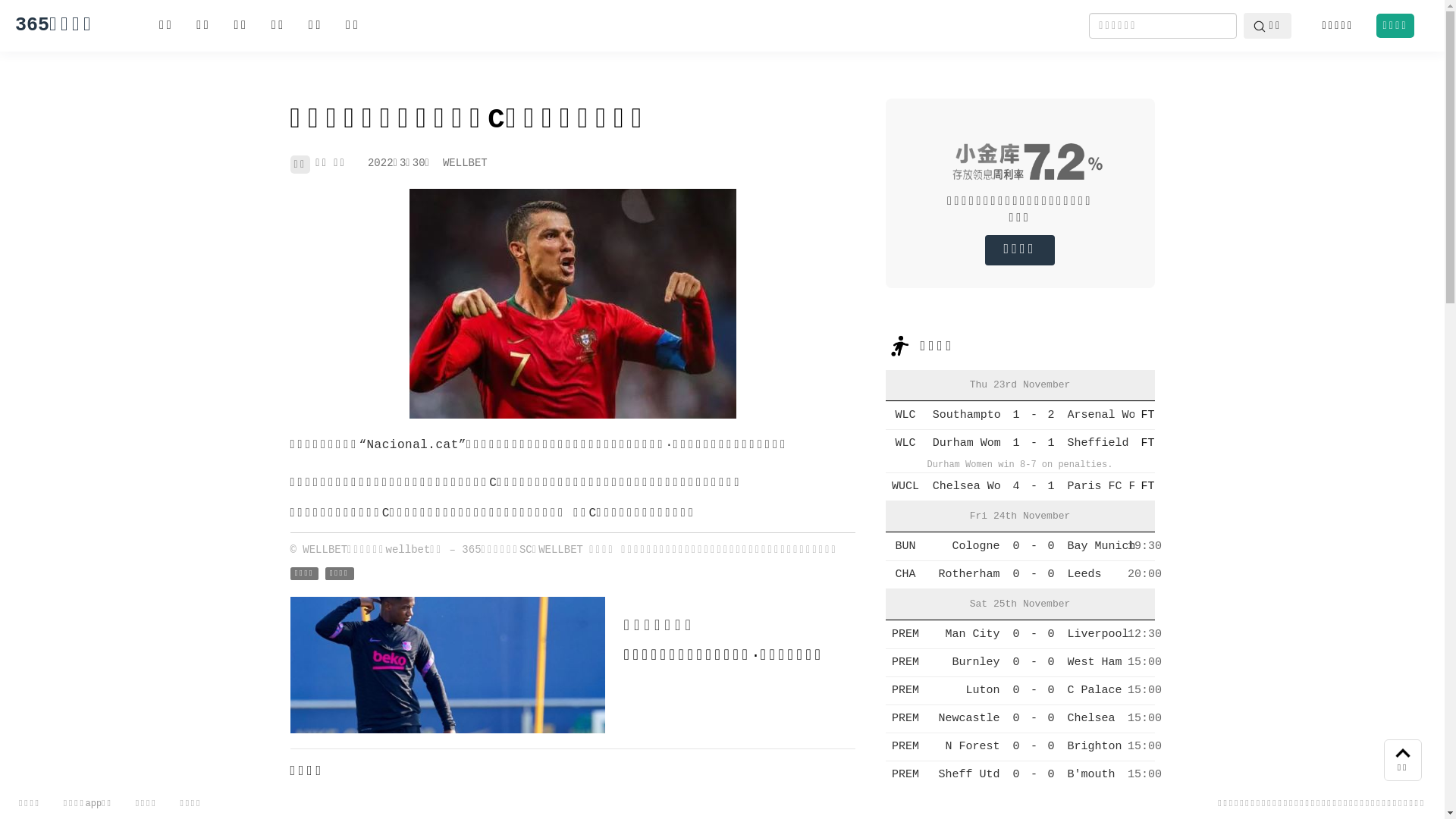 The image size is (1456, 819). What do you see at coordinates (442, 163) in the screenshot?
I see `'WELLBET'` at bounding box center [442, 163].